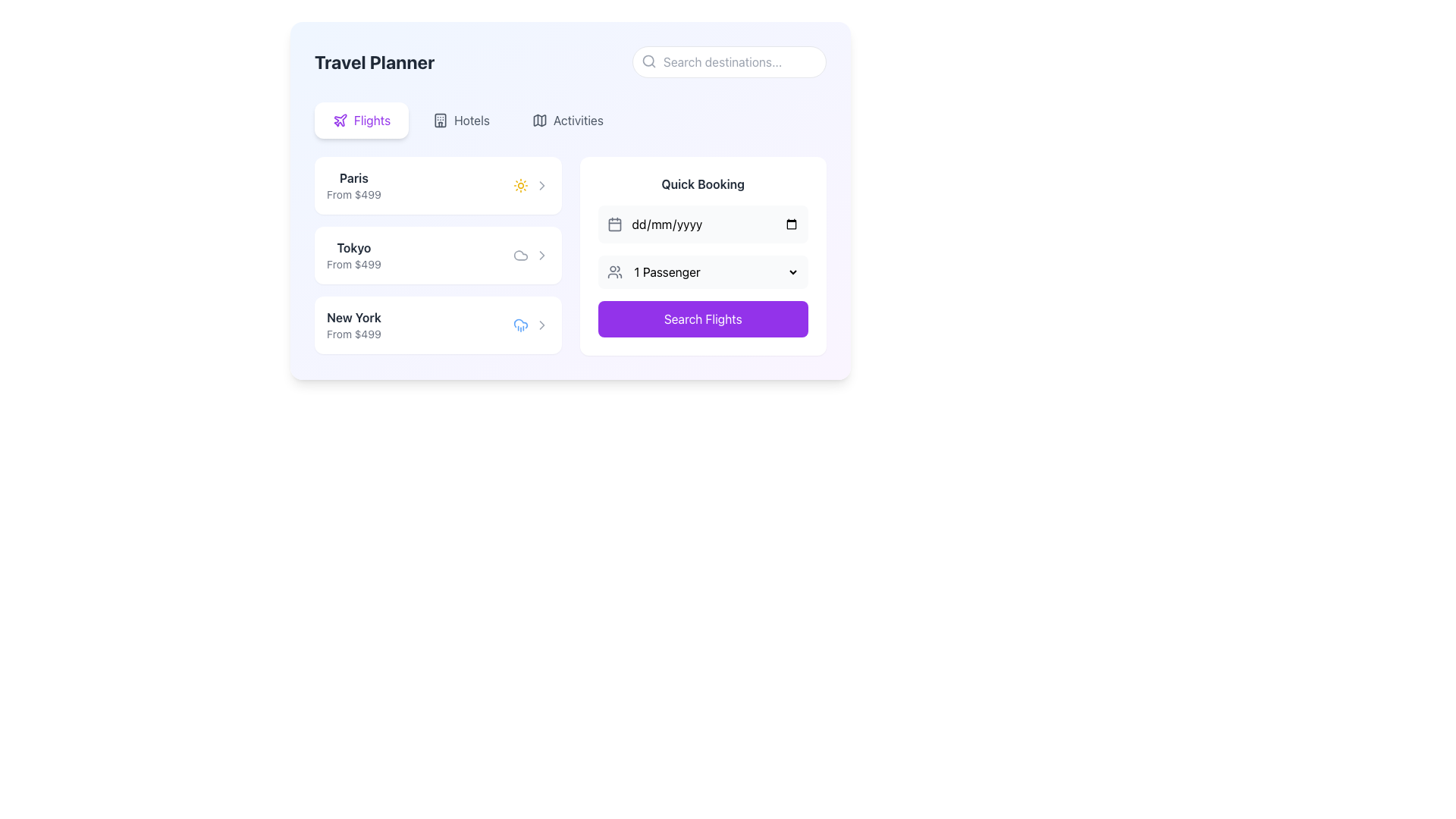 The height and width of the screenshot is (819, 1456). Describe the element at coordinates (520, 185) in the screenshot. I see `the sun icon located next to the 'Paris' label in the left pane, indicating sunny weather conditions` at that location.